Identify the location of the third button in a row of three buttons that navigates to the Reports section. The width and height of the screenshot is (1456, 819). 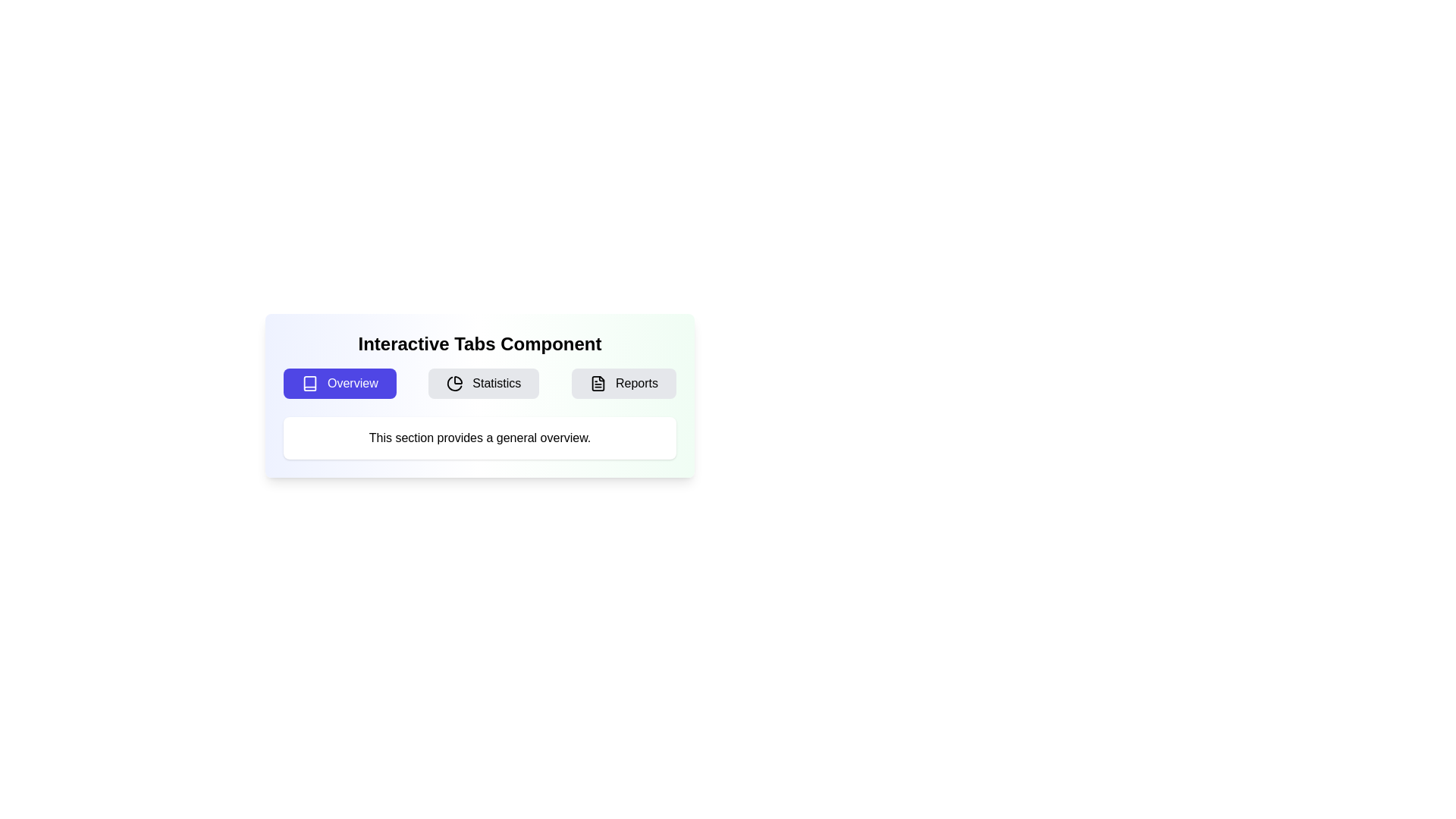
(623, 382).